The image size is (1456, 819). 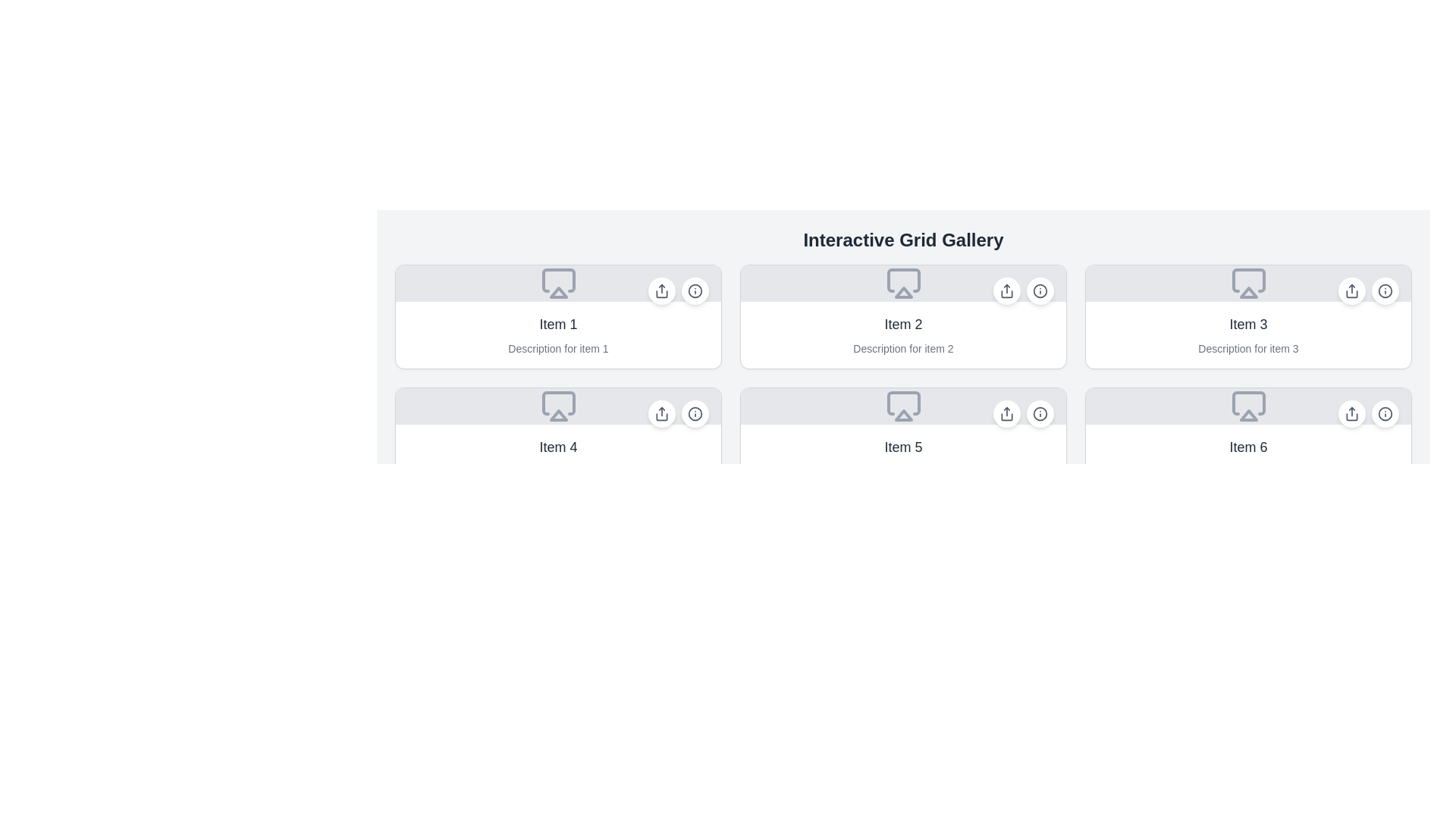 I want to click on the circular informational icon with a thin line art design, located to the right of the title 'Item 2' in the second card of the interactive grid, so click(x=1040, y=291).